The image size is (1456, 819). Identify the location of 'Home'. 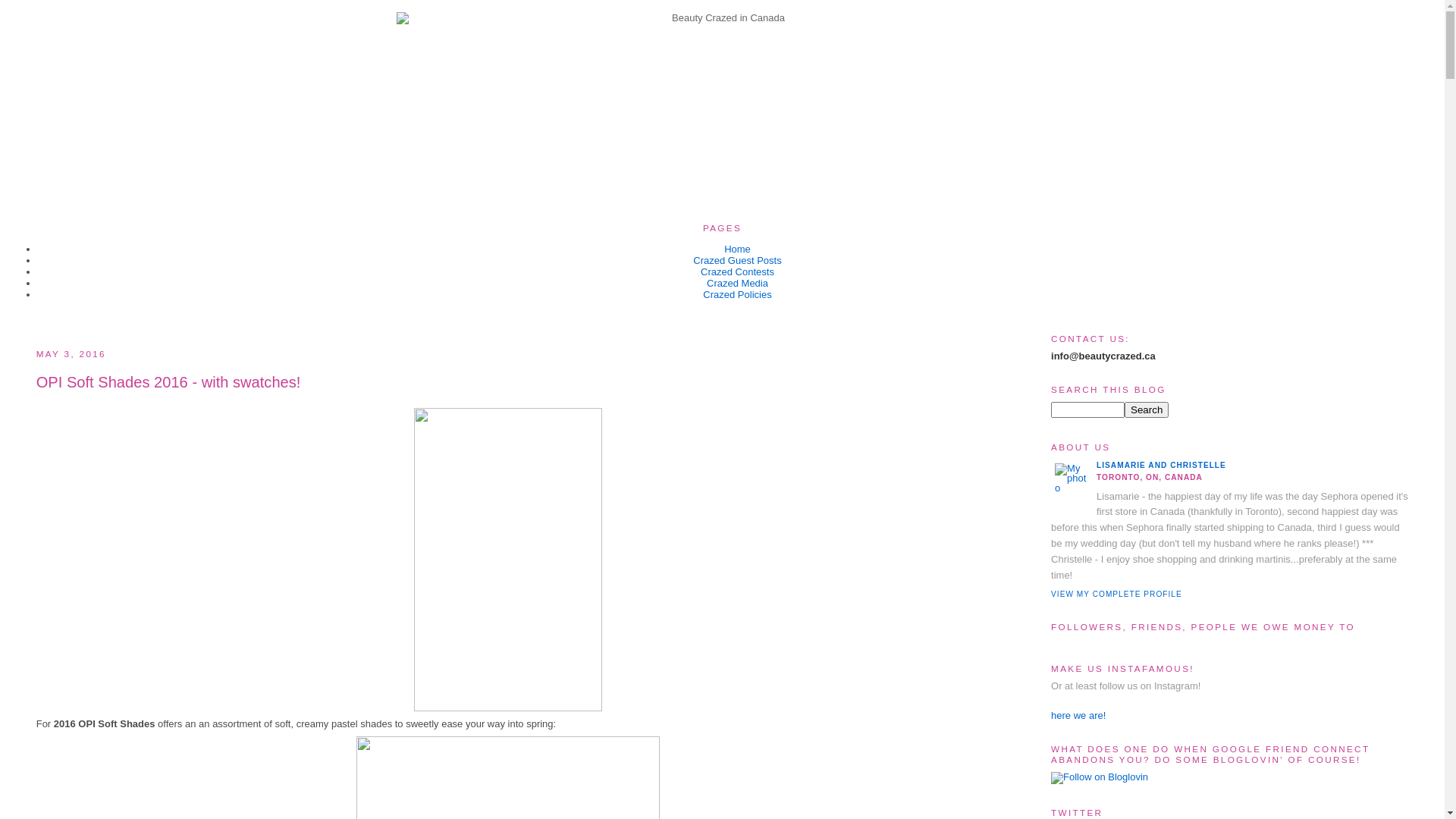
(723, 248).